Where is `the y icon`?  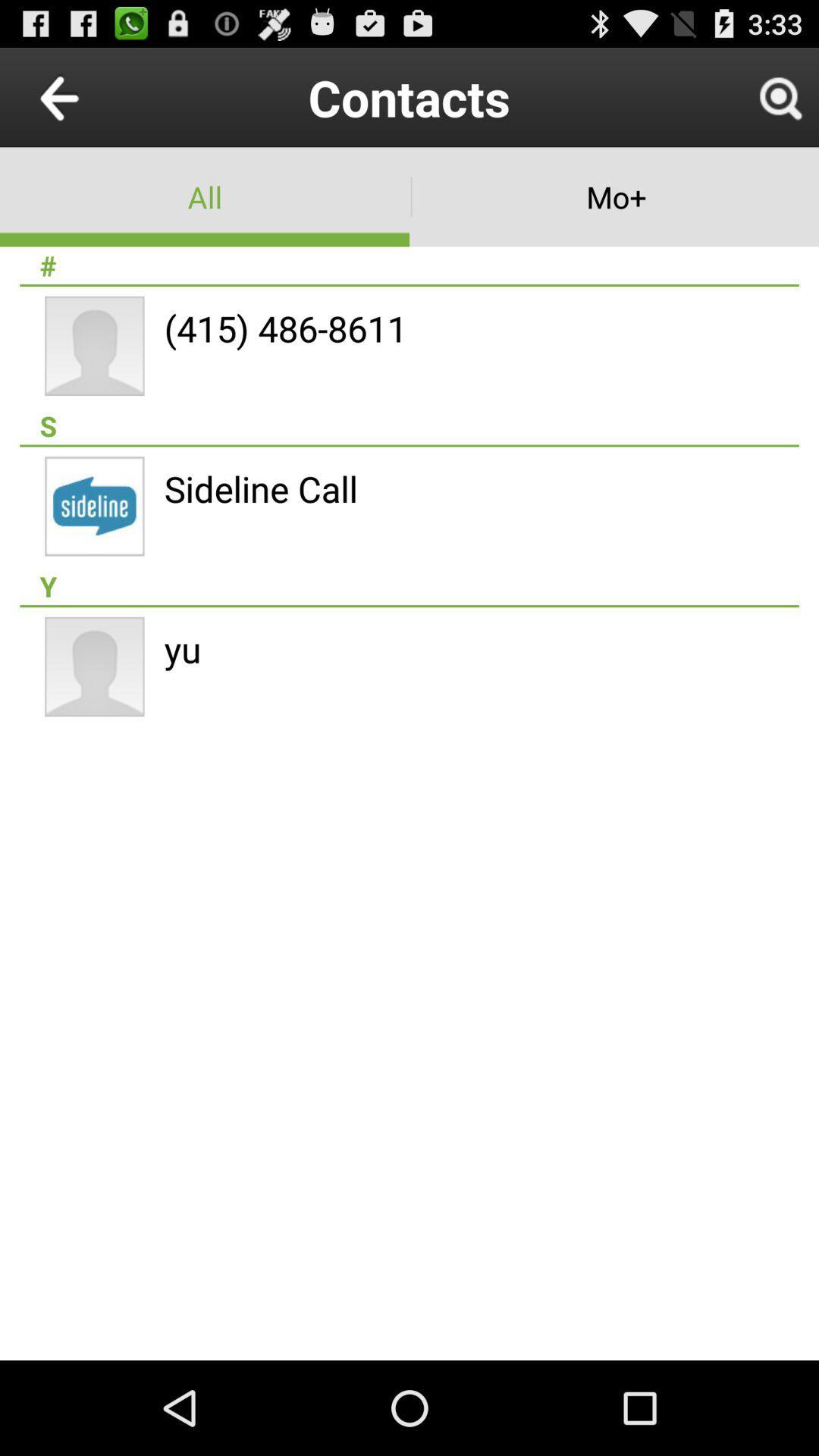
the y icon is located at coordinates (409, 585).